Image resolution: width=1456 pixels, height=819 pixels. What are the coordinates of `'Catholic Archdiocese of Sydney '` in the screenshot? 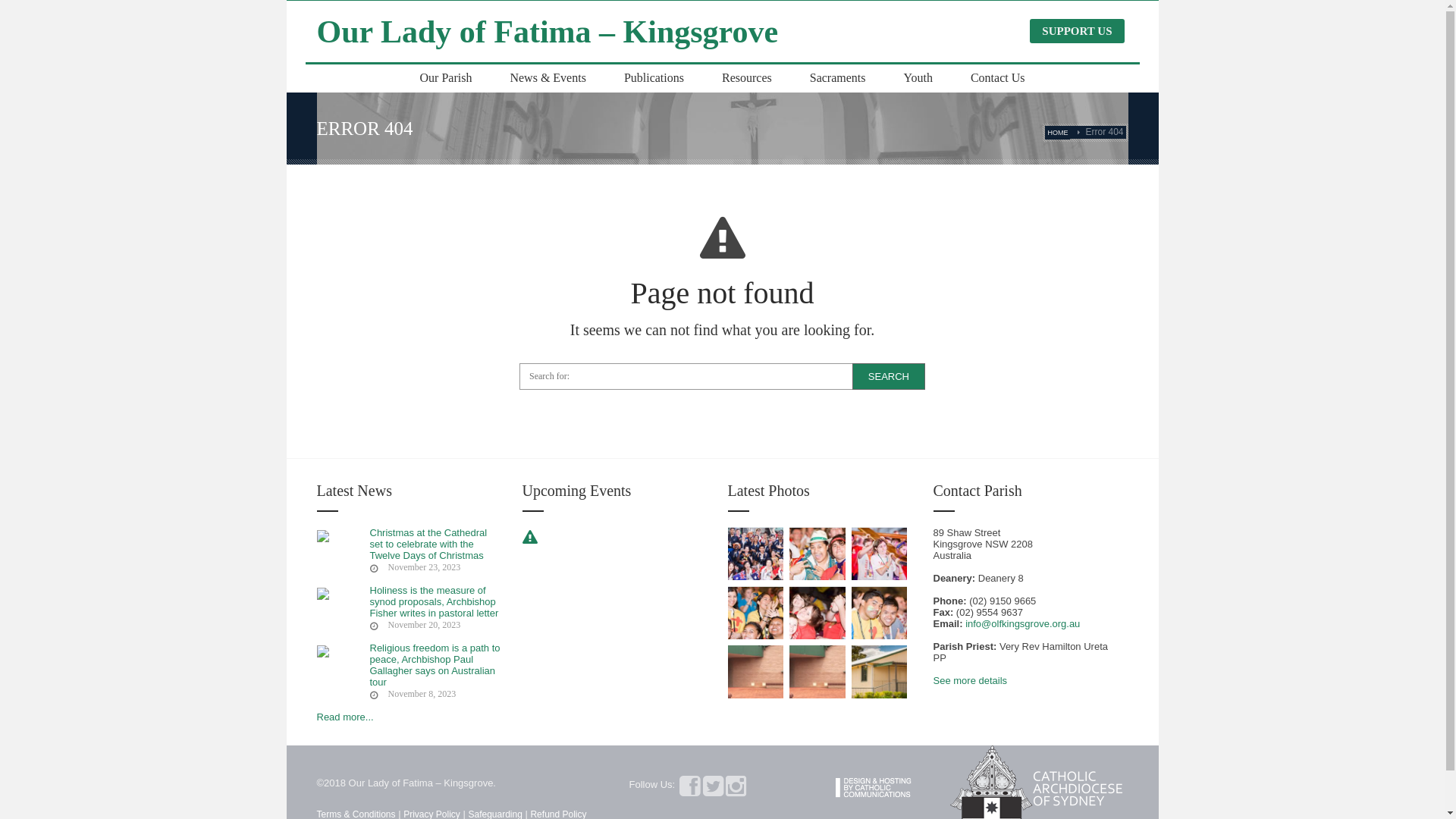 It's located at (1037, 785).